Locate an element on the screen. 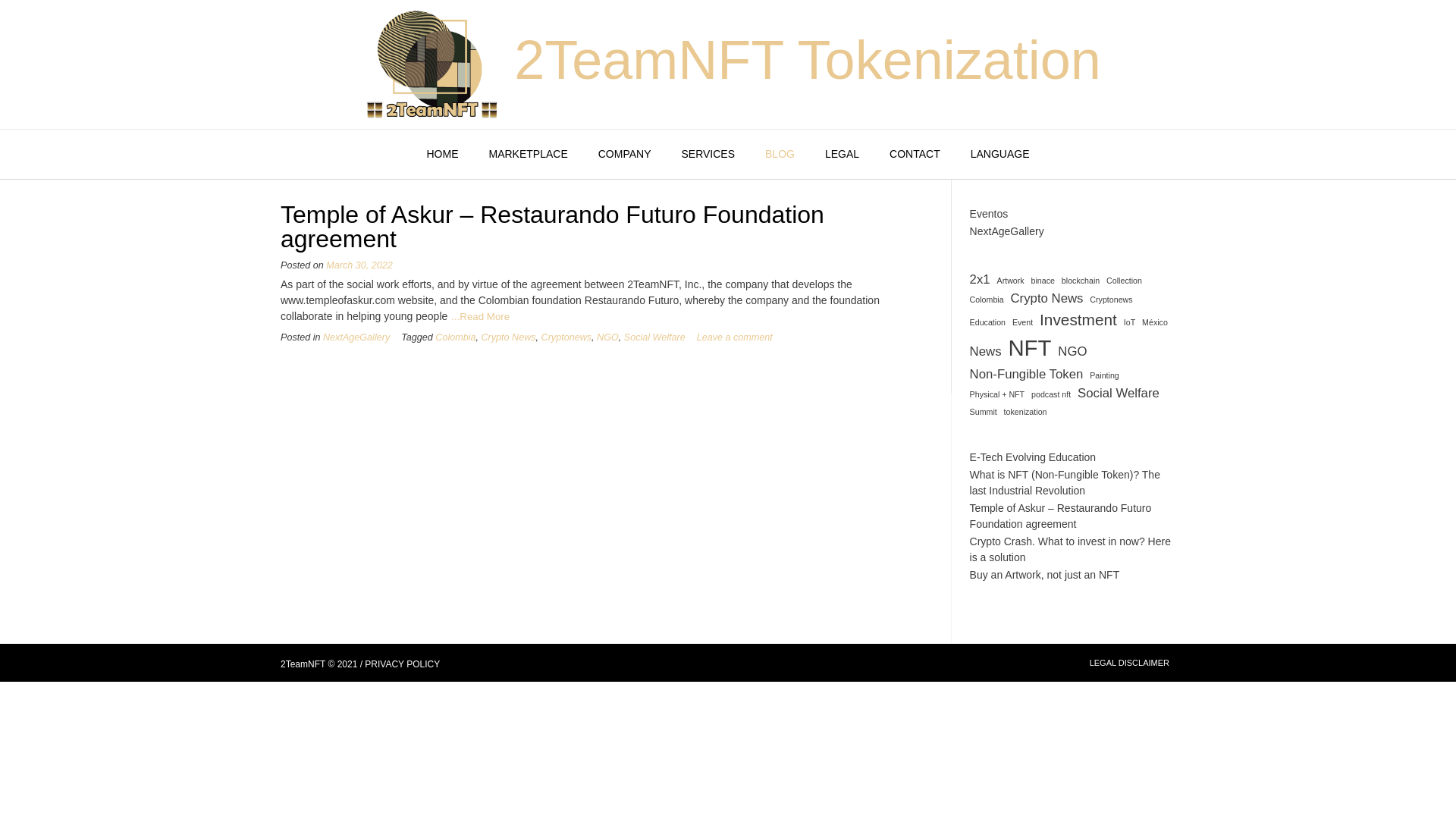 The image size is (1456, 819). 'Eventos' is located at coordinates (989, 213).